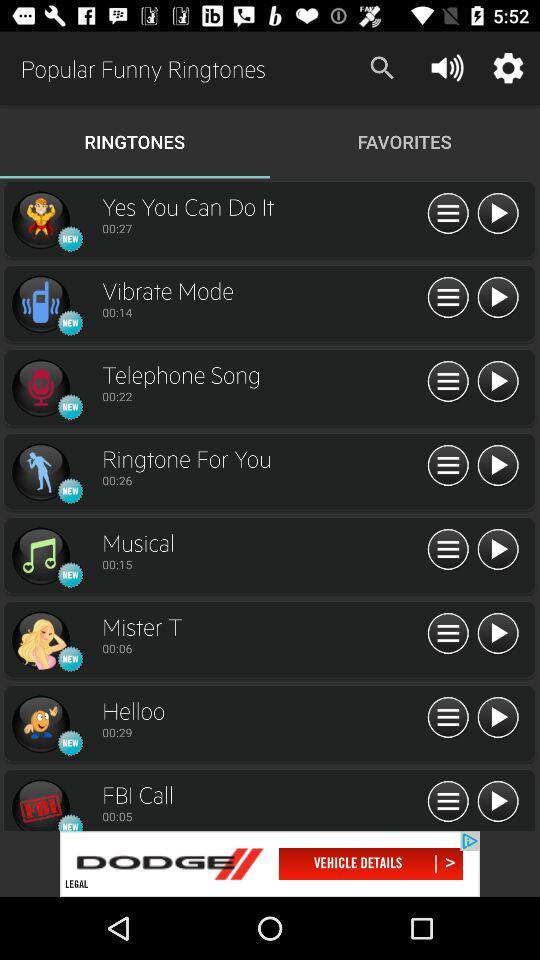  I want to click on song information, so click(448, 381).